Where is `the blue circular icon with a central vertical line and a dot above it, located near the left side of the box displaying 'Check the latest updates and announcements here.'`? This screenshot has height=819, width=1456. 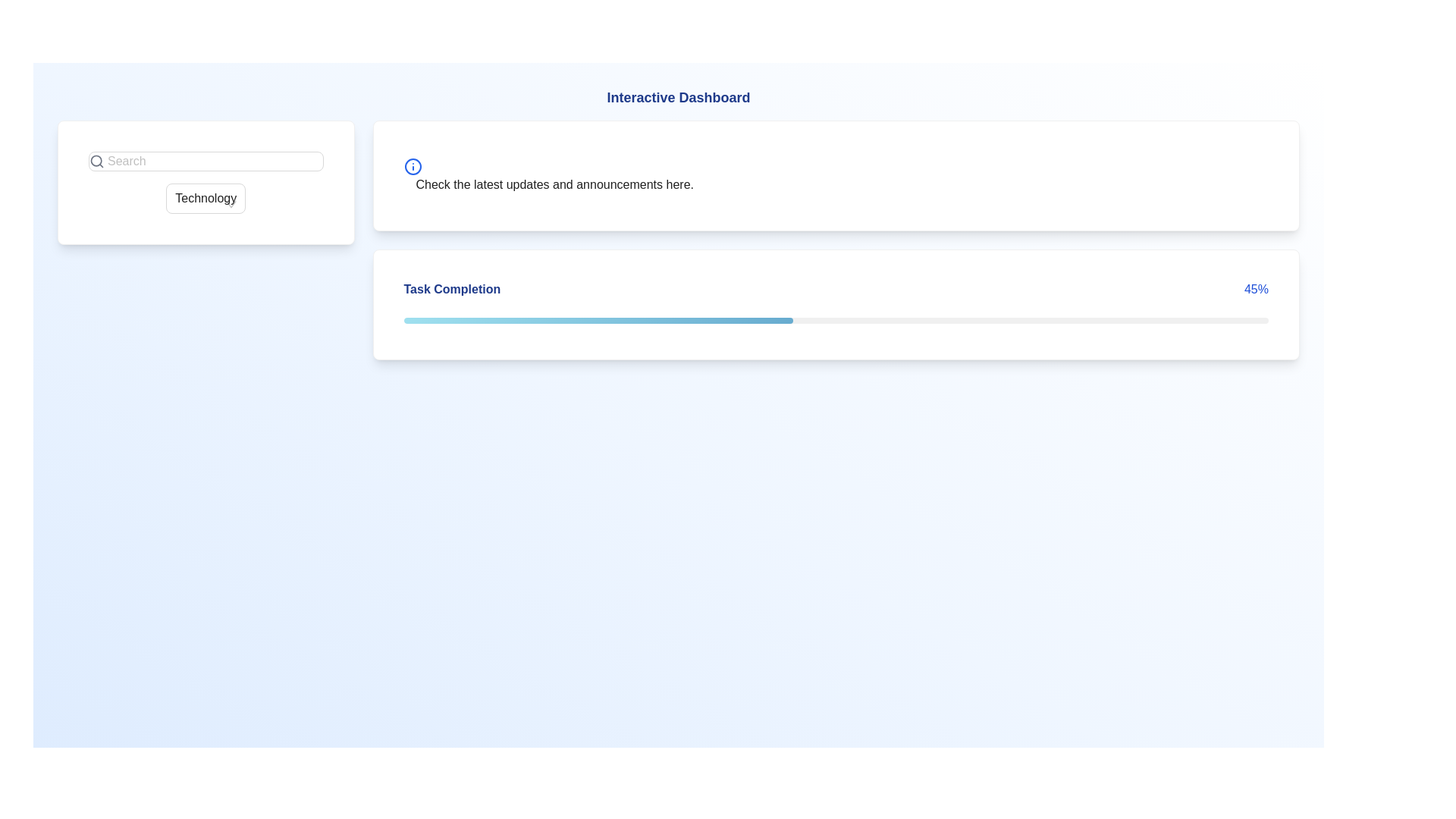
the blue circular icon with a central vertical line and a dot above it, located near the left side of the box displaying 'Check the latest updates and announcements here.' is located at coordinates (413, 166).